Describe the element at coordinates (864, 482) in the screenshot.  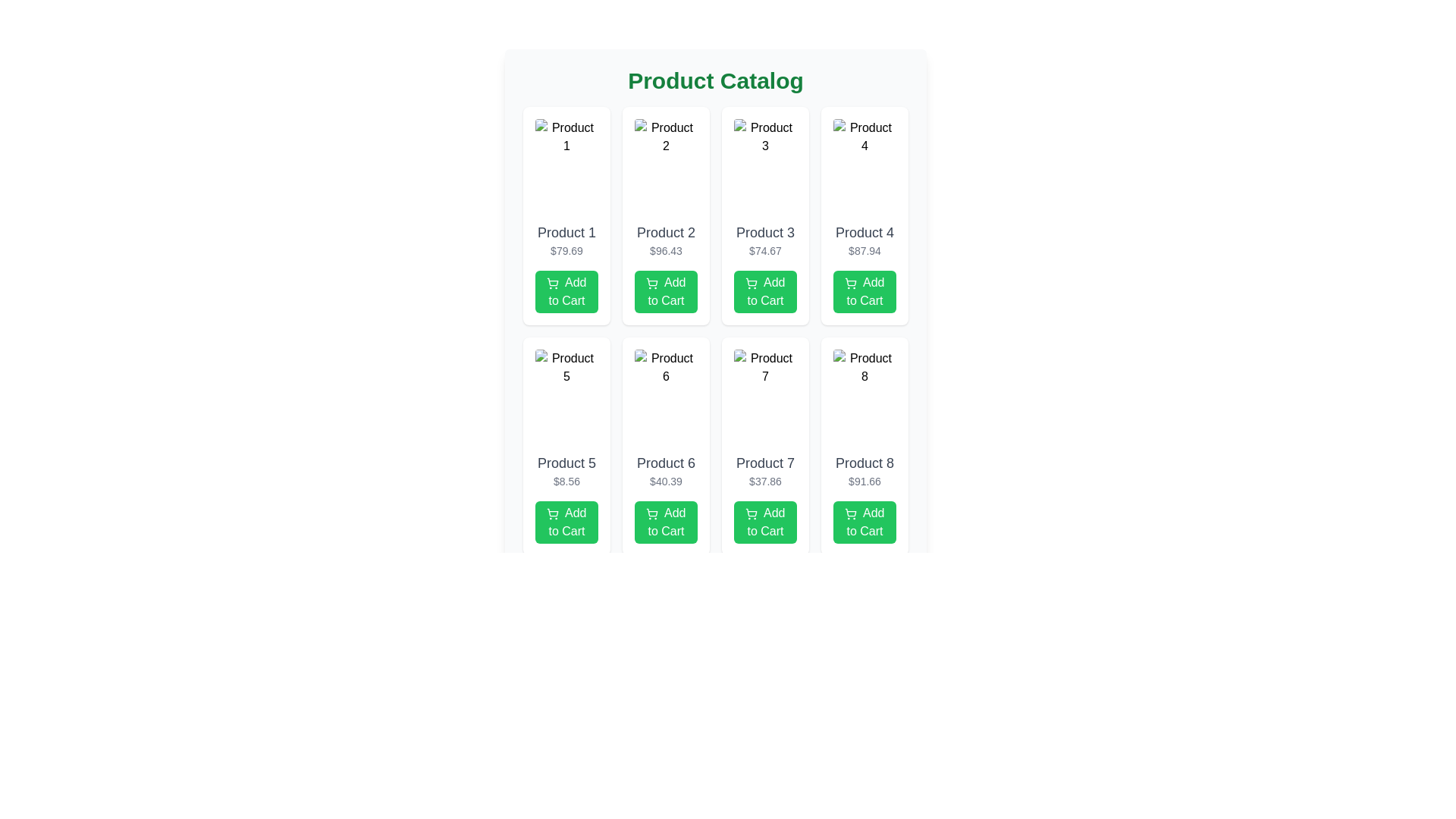
I see `the static text displaying the price of the product associated with 'Product 8' in the second row and fourth column of the grid layout, located above the 'Add to Cart' button` at that location.